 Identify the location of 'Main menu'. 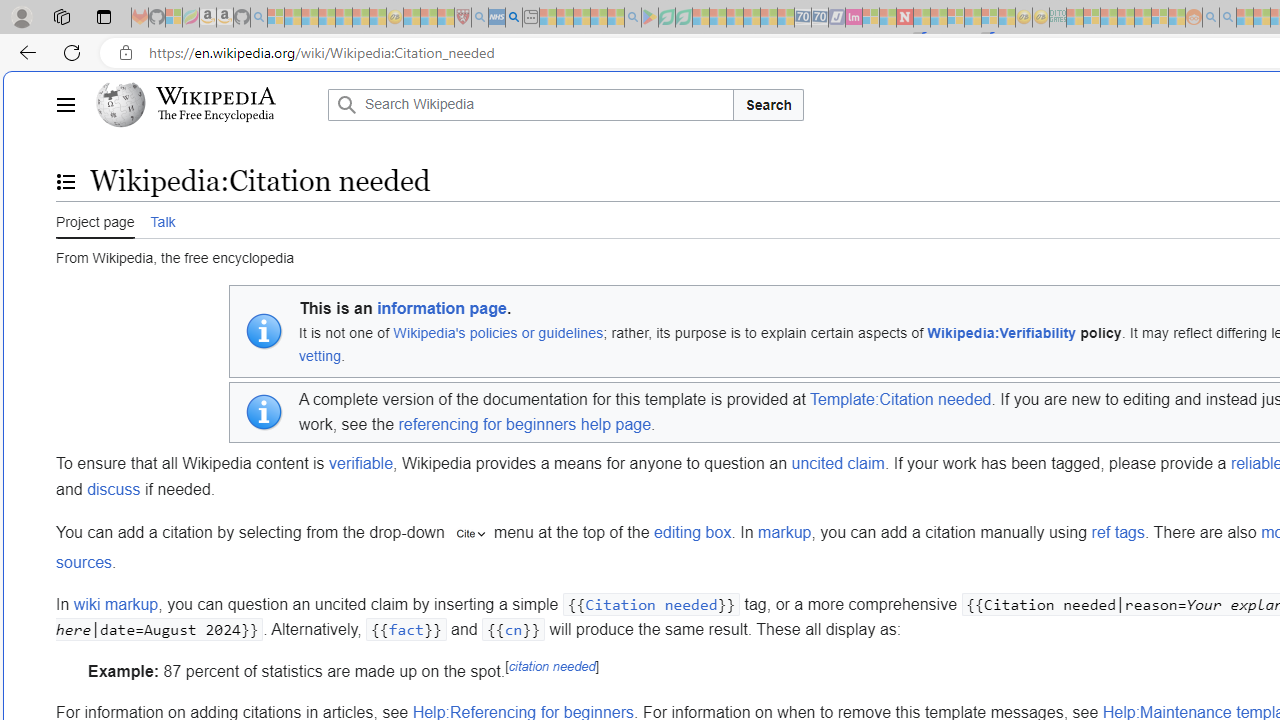
(65, 105).